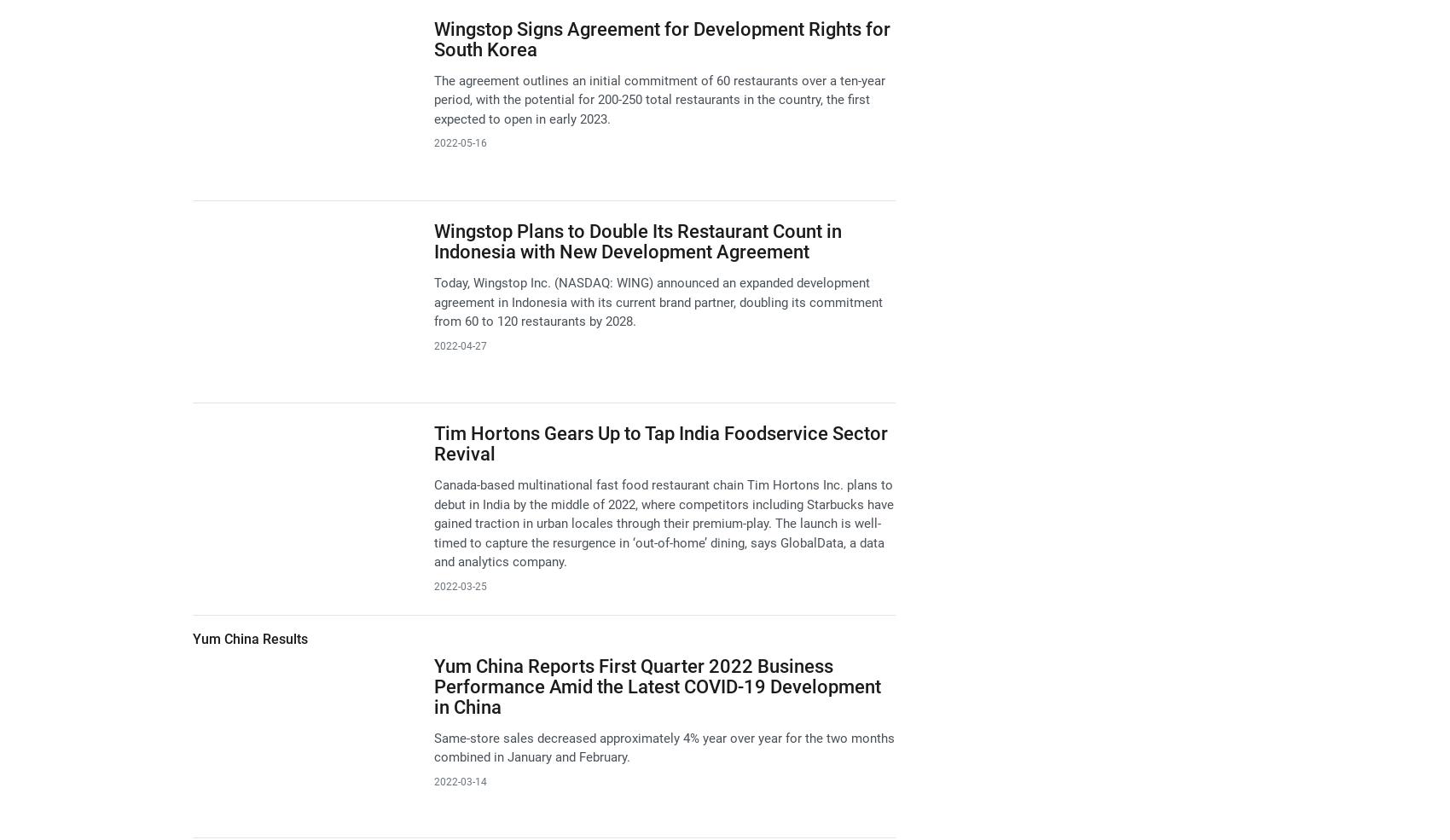 The height and width of the screenshot is (840, 1450). What do you see at coordinates (658, 99) in the screenshot?
I see `'The agreement outlines an initial commitment of 60 restaurants over a ten-year period, with the potential for 200-250 total restaurants in the country, the first expected to open in early 2023.'` at bounding box center [658, 99].